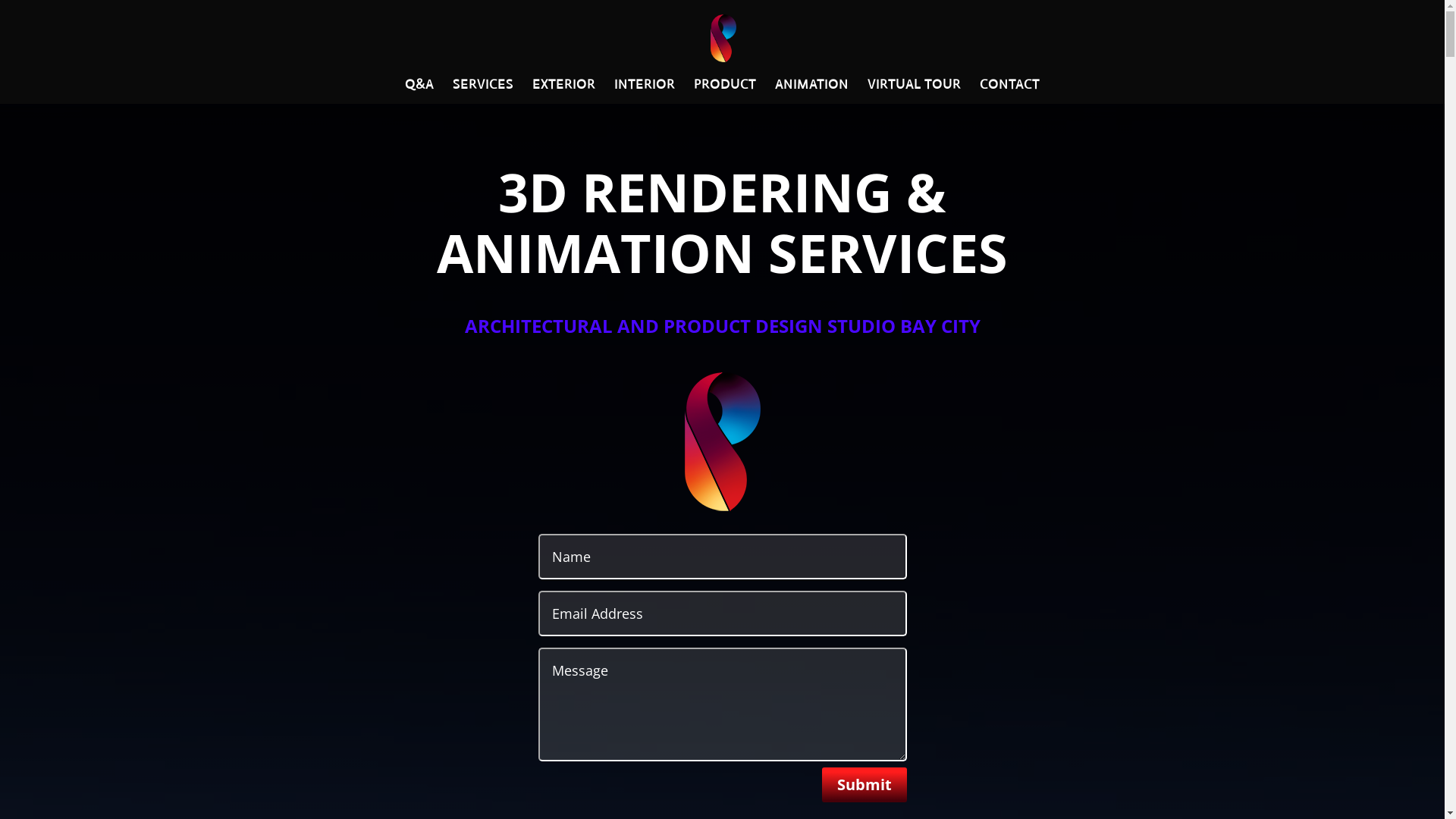 Image resolution: width=1456 pixels, height=819 pixels. Describe the element at coordinates (913, 91) in the screenshot. I see `'VIRTUAL TOUR'` at that location.